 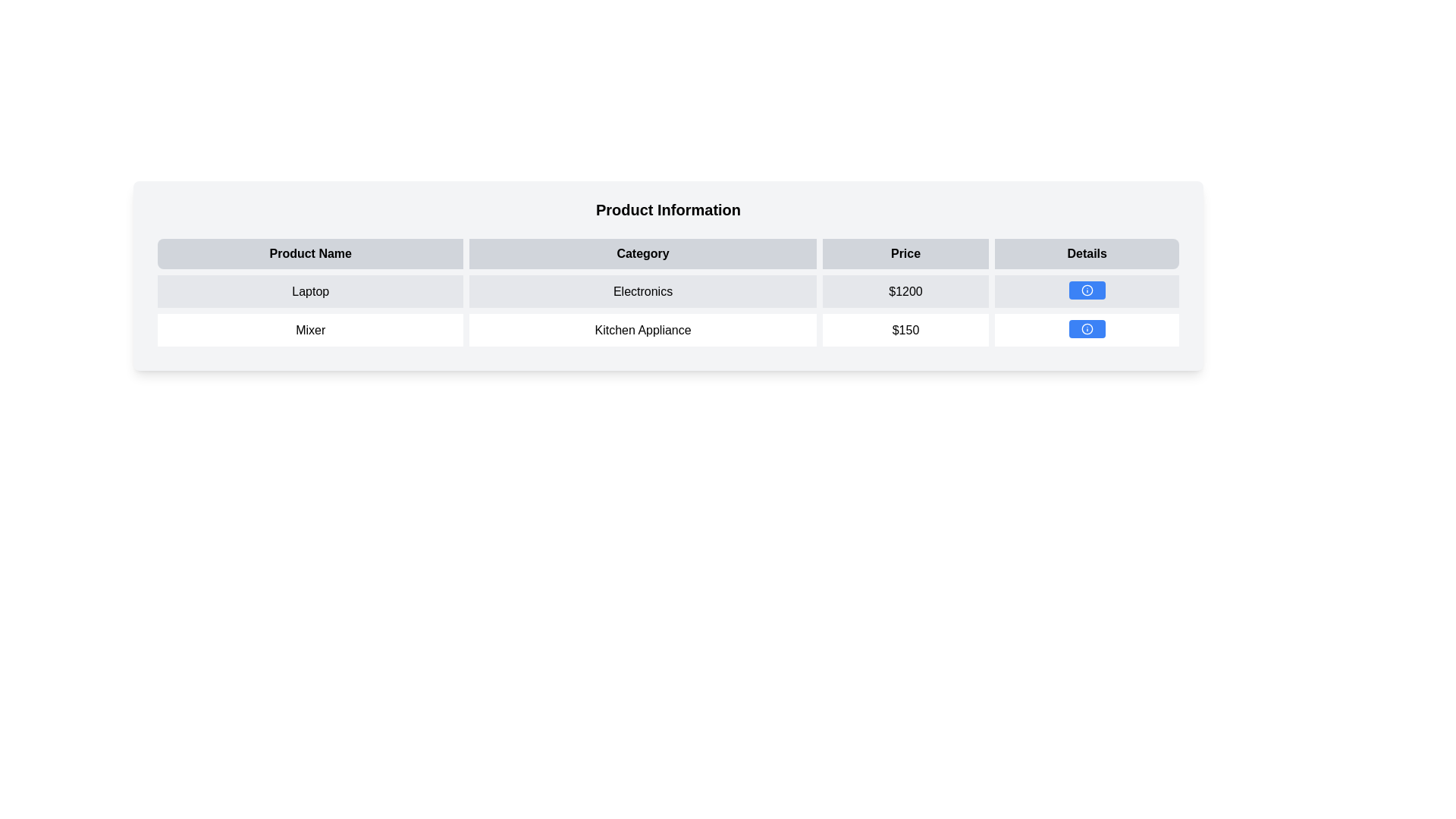 What do you see at coordinates (1086, 328) in the screenshot?
I see `the information icon located in the blue rounded rectangle button in the 'Details' column of the second row of the table` at bounding box center [1086, 328].